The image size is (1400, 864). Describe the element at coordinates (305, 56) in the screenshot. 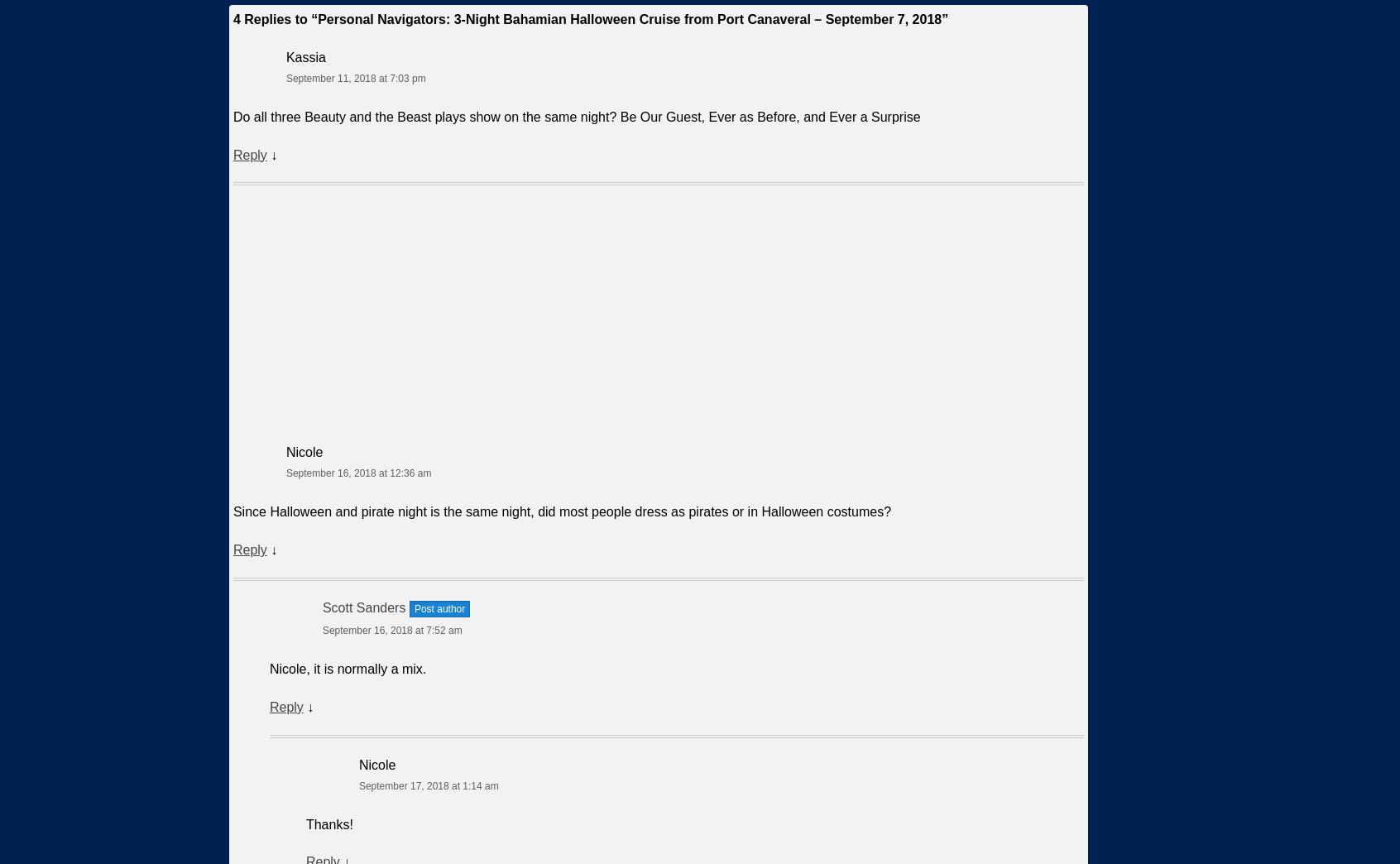

I see `'Kassia'` at that location.